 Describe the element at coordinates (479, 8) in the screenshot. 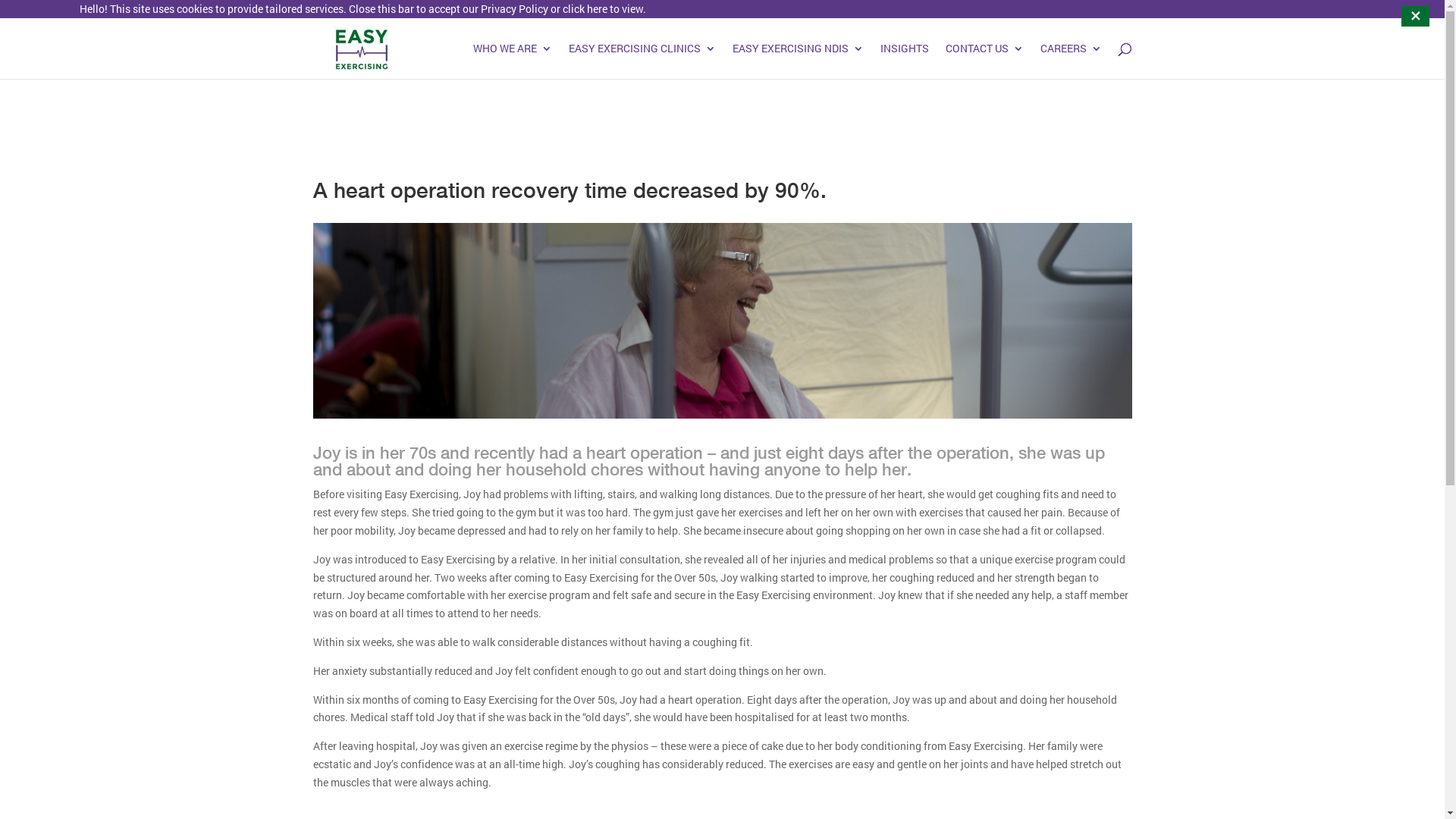

I see `'Privacy Policy'` at that location.